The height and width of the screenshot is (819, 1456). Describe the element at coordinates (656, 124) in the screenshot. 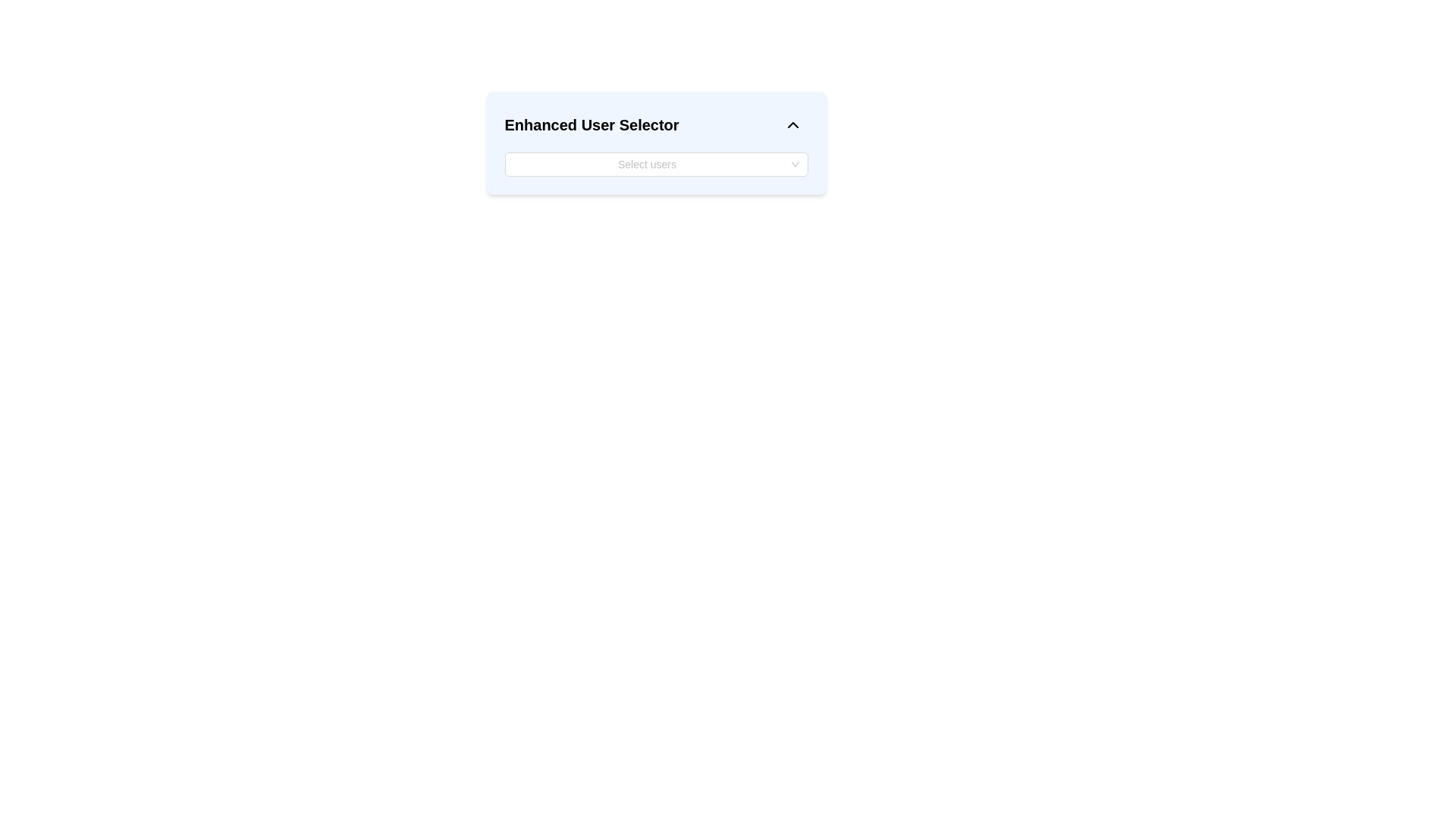

I see `the Header bar with text and icon` at that location.